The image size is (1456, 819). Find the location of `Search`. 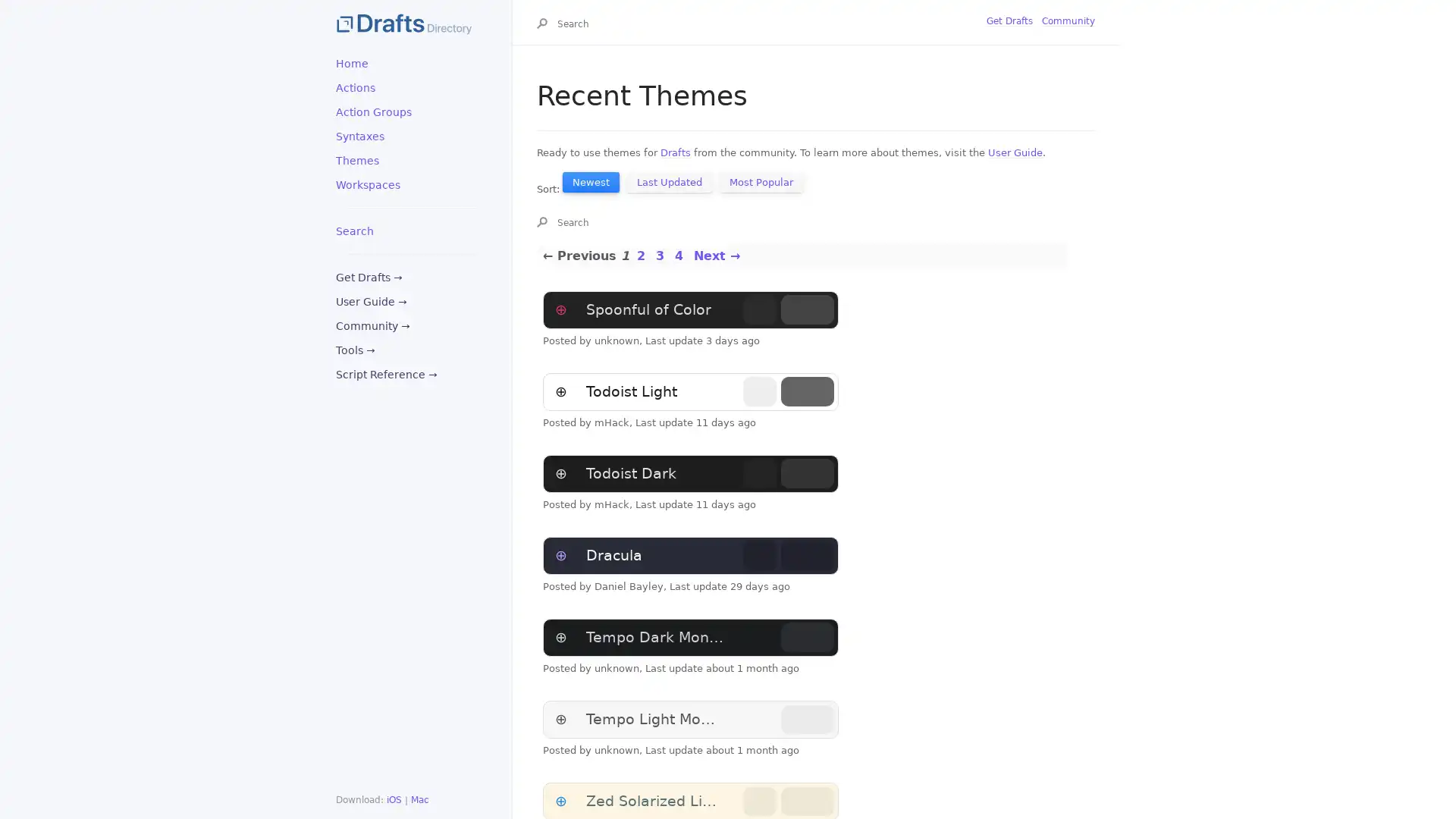

Search is located at coordinates (545, 222).